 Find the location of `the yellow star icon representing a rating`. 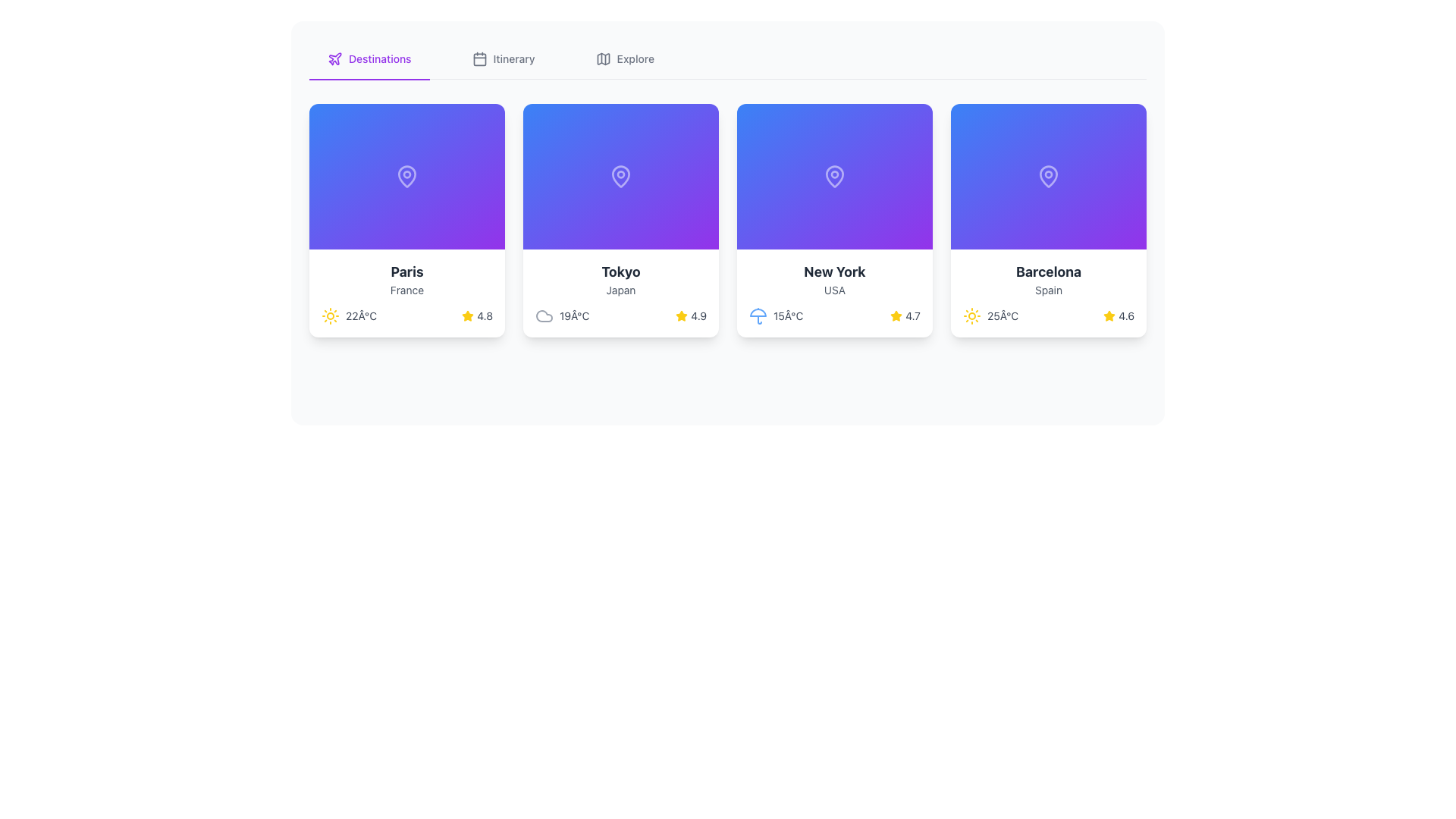

the yellow star icon representing a rating is located at coordinates (896, 315).